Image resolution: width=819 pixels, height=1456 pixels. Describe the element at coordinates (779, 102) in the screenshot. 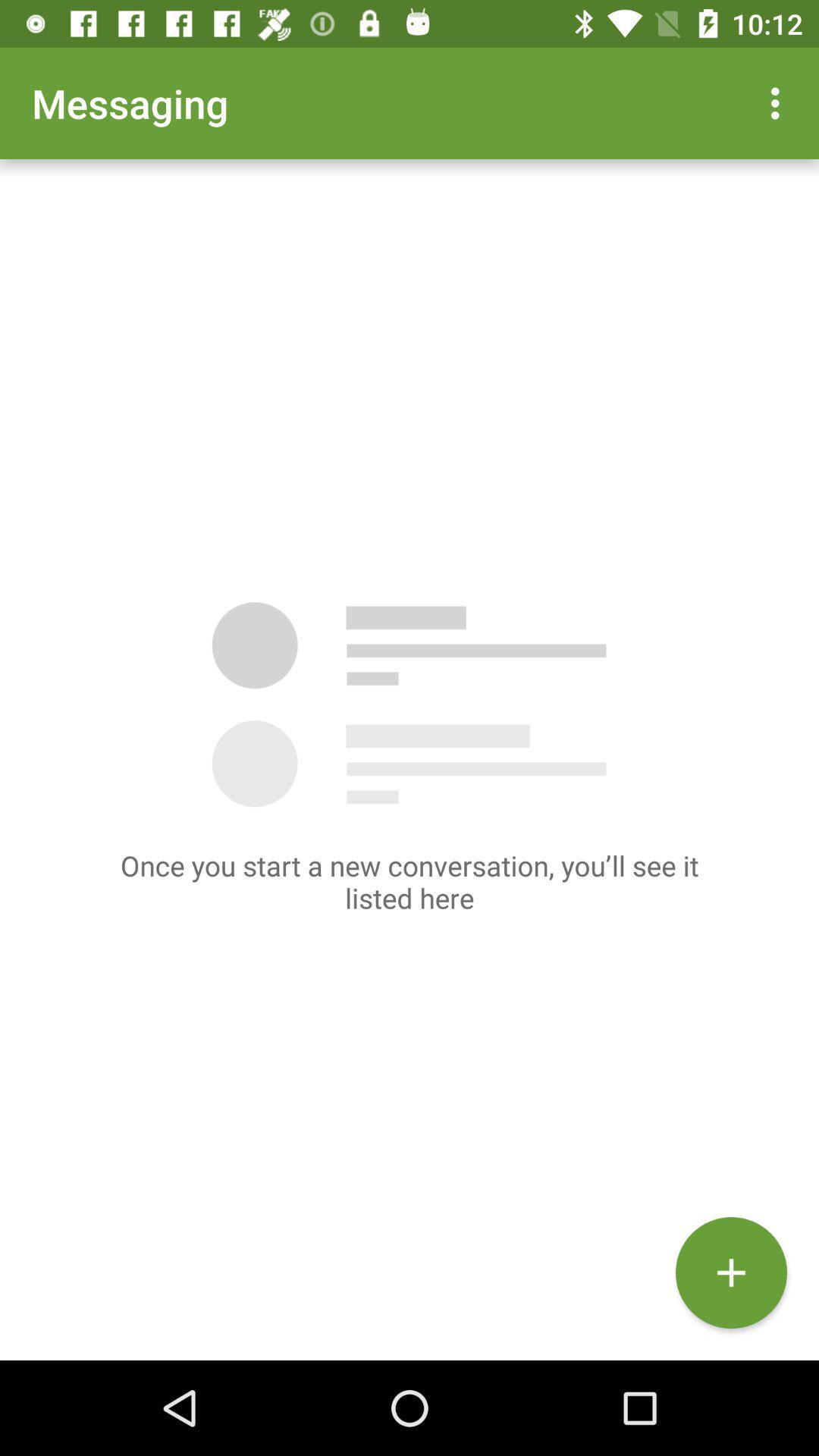

I see `the icon next to the messaging` at that location.